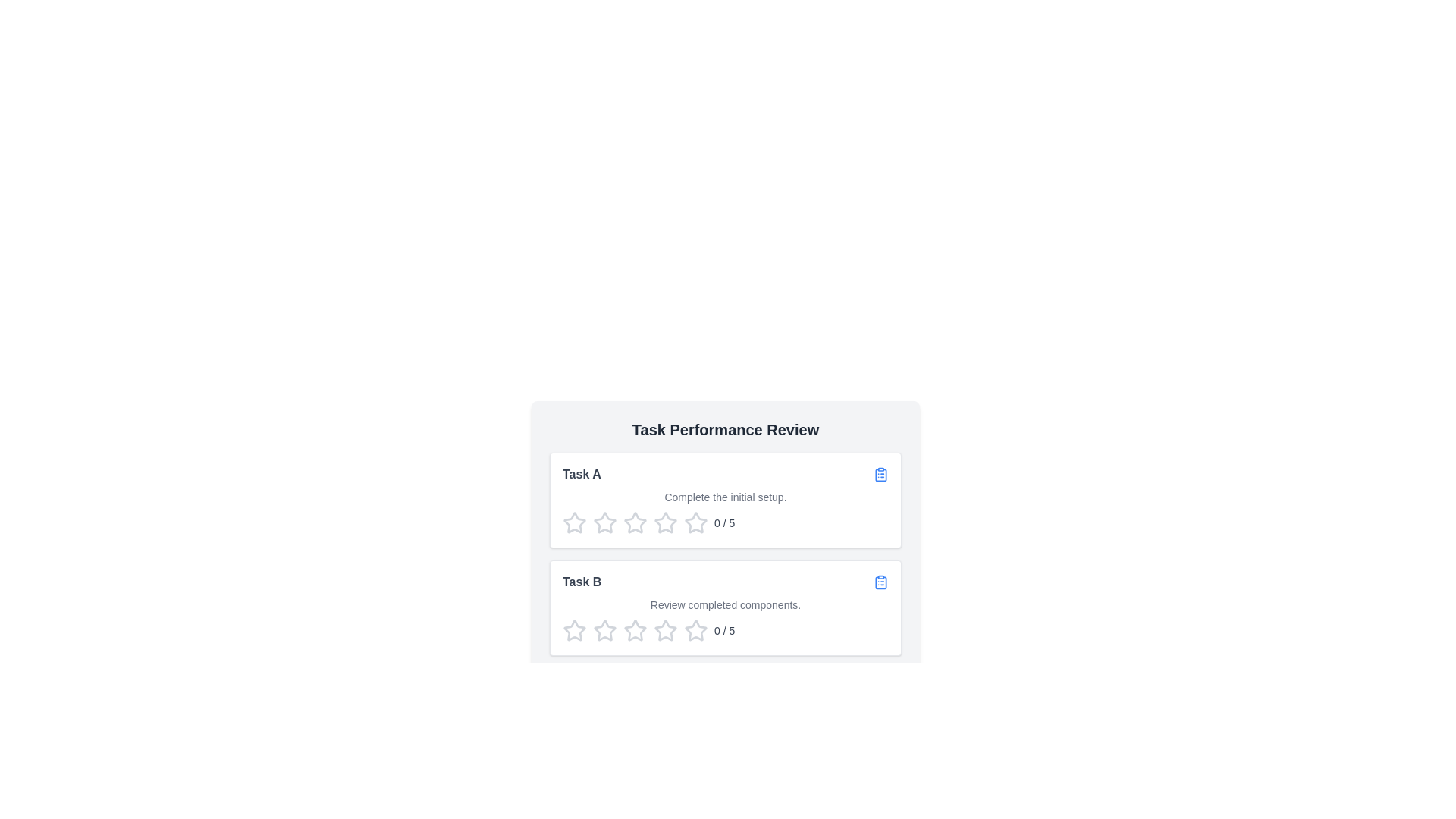  What do you see at coordinates (574, 631) in the screenshot?
I see `the first star icon in the rating component for 'Task B' located under the 'Task Performance Review' section` at bounding box center [574, 631].